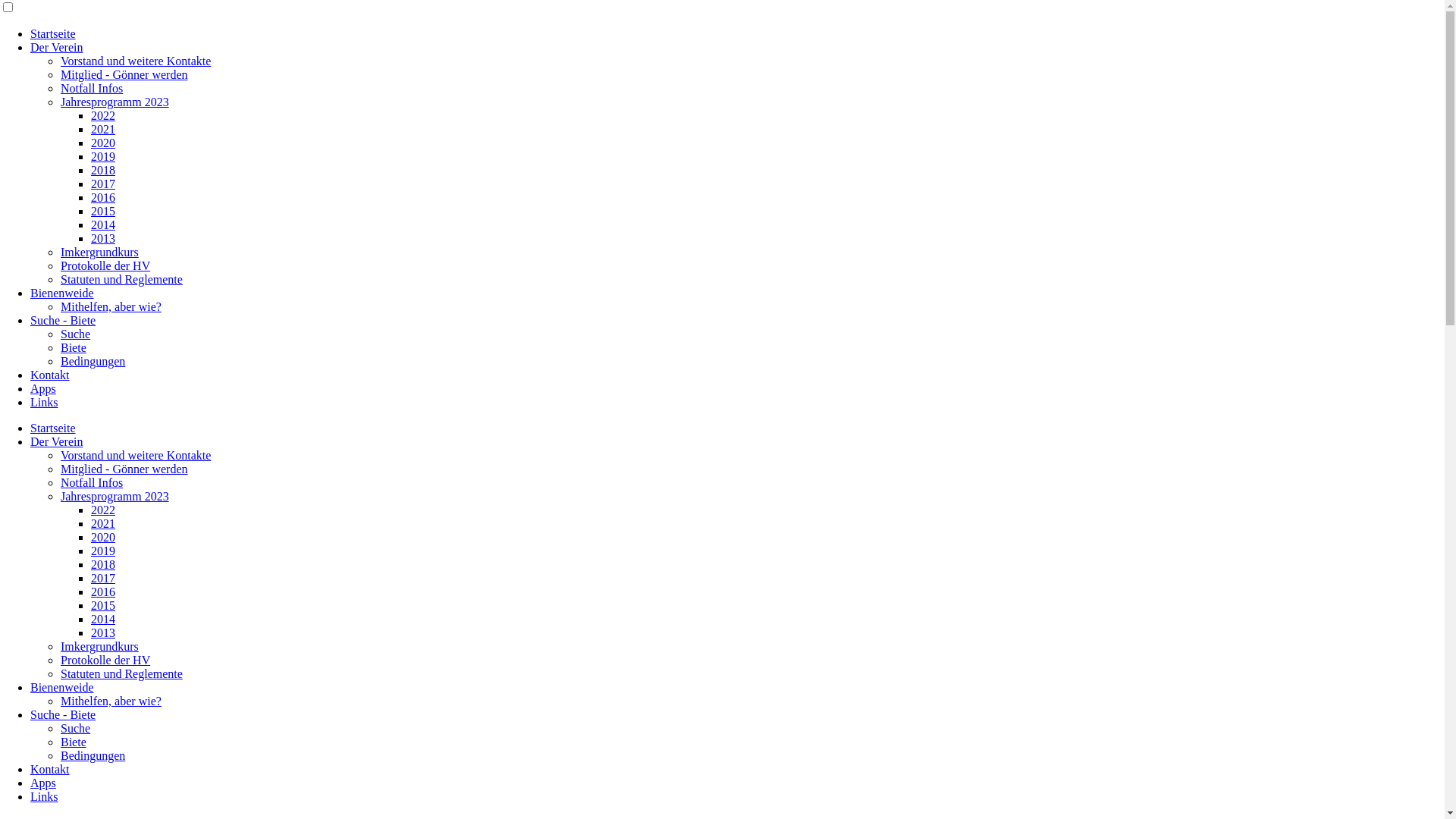 Image resolution: width=1456 pixels, height=819 pixels. I want to click on 'Apps', so click(30, 388).